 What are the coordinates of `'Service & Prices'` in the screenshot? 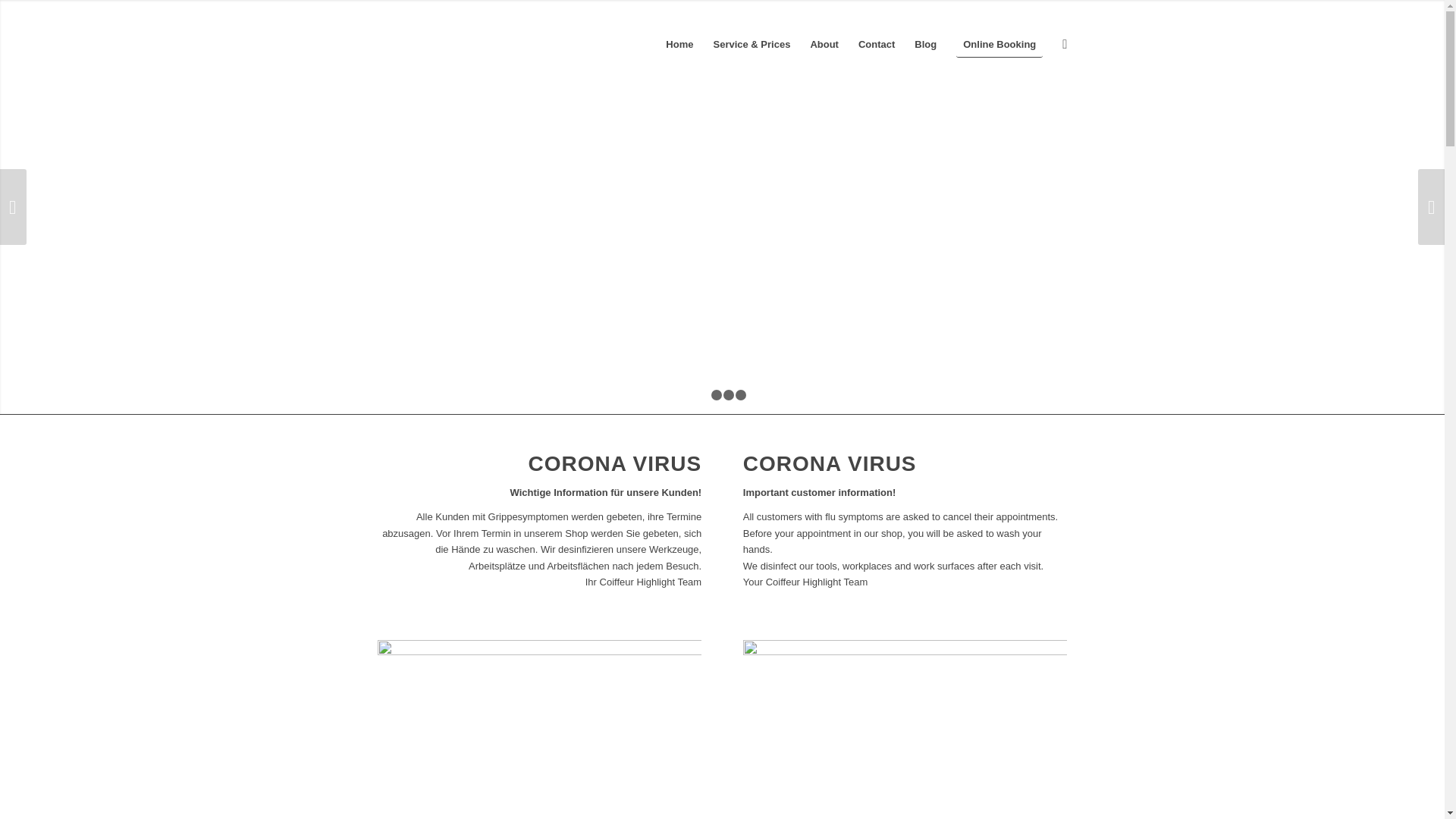 It's located at (751, 43).